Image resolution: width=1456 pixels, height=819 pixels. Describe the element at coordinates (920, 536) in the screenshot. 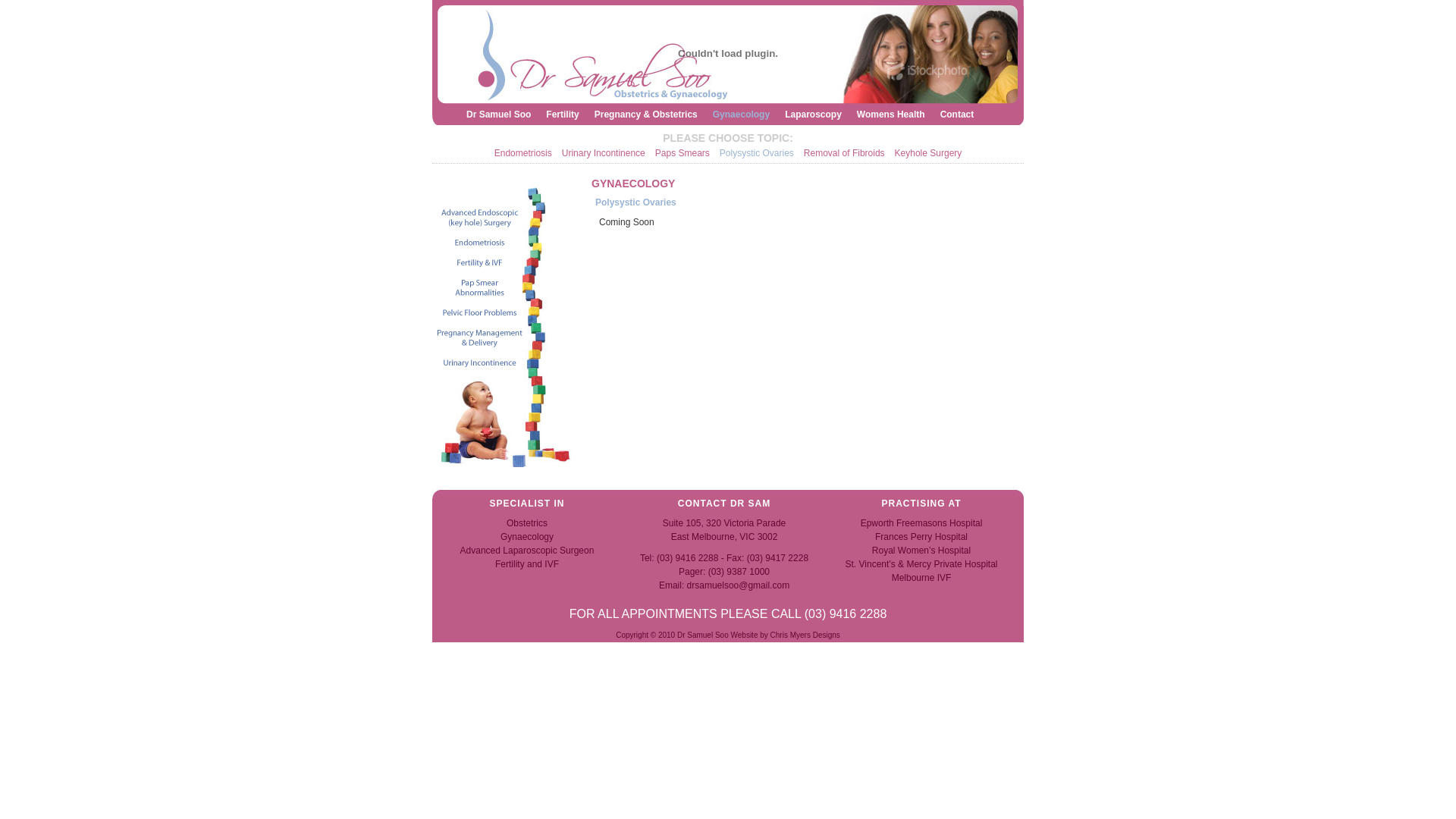

I see `'Frances Perry Hospital'` at that location.